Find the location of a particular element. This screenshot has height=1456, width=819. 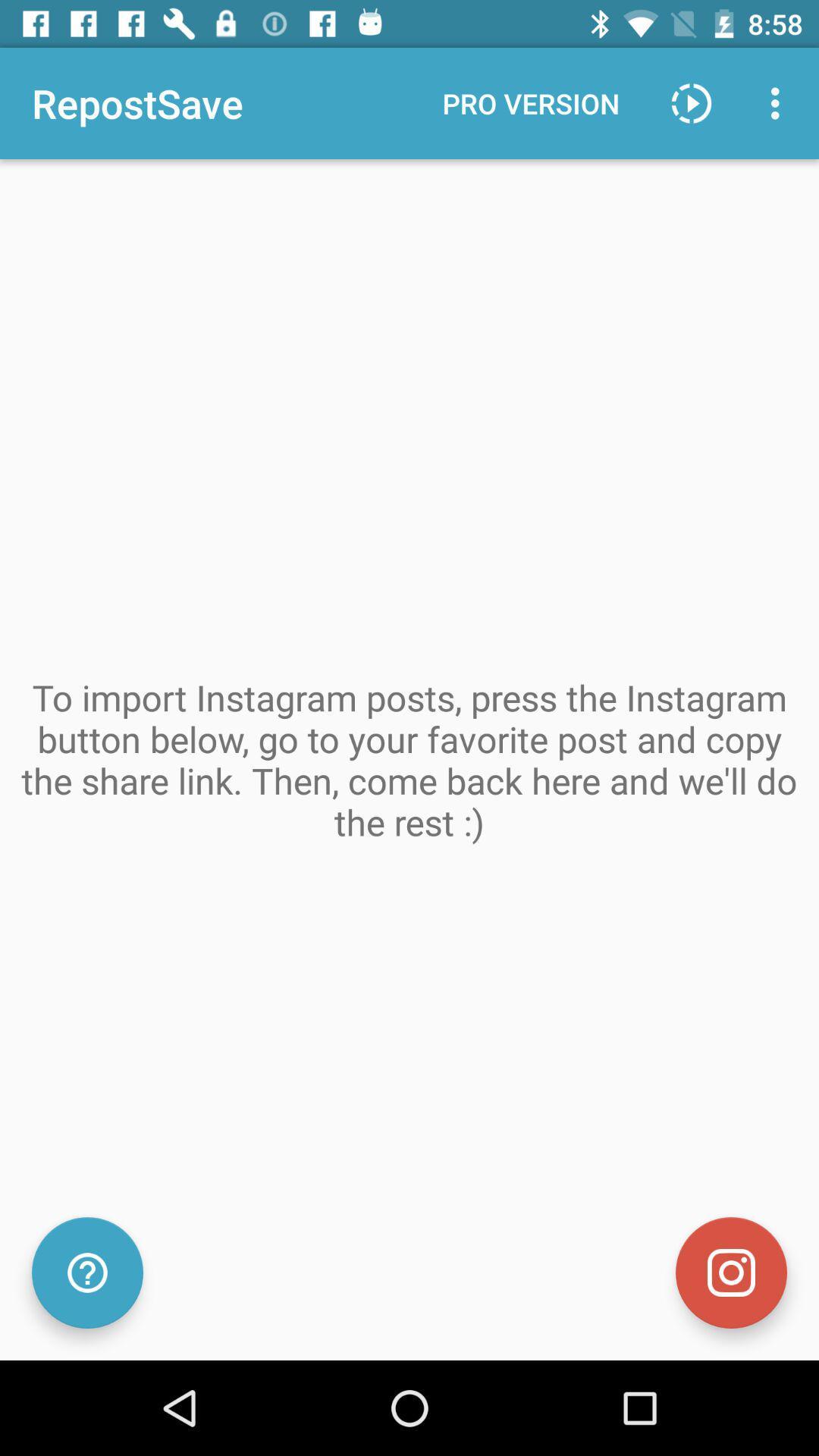

the item at the top is located at coordinates (530, 102).